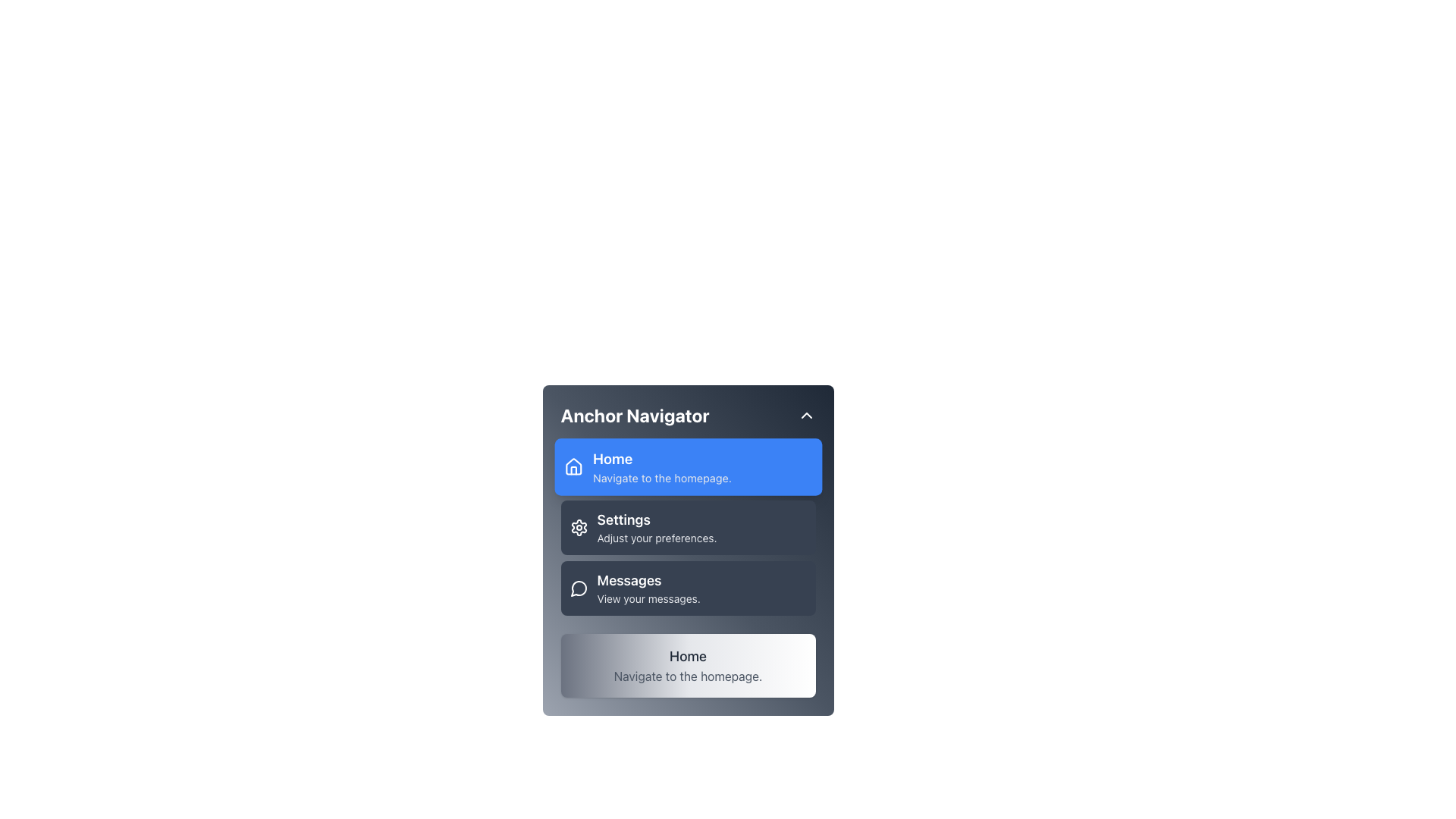  I want to click on the text label that provides additional information about the 'Home' navigation option, located below the bold 'Home' label in the left center of the interface, so click(662, 478).